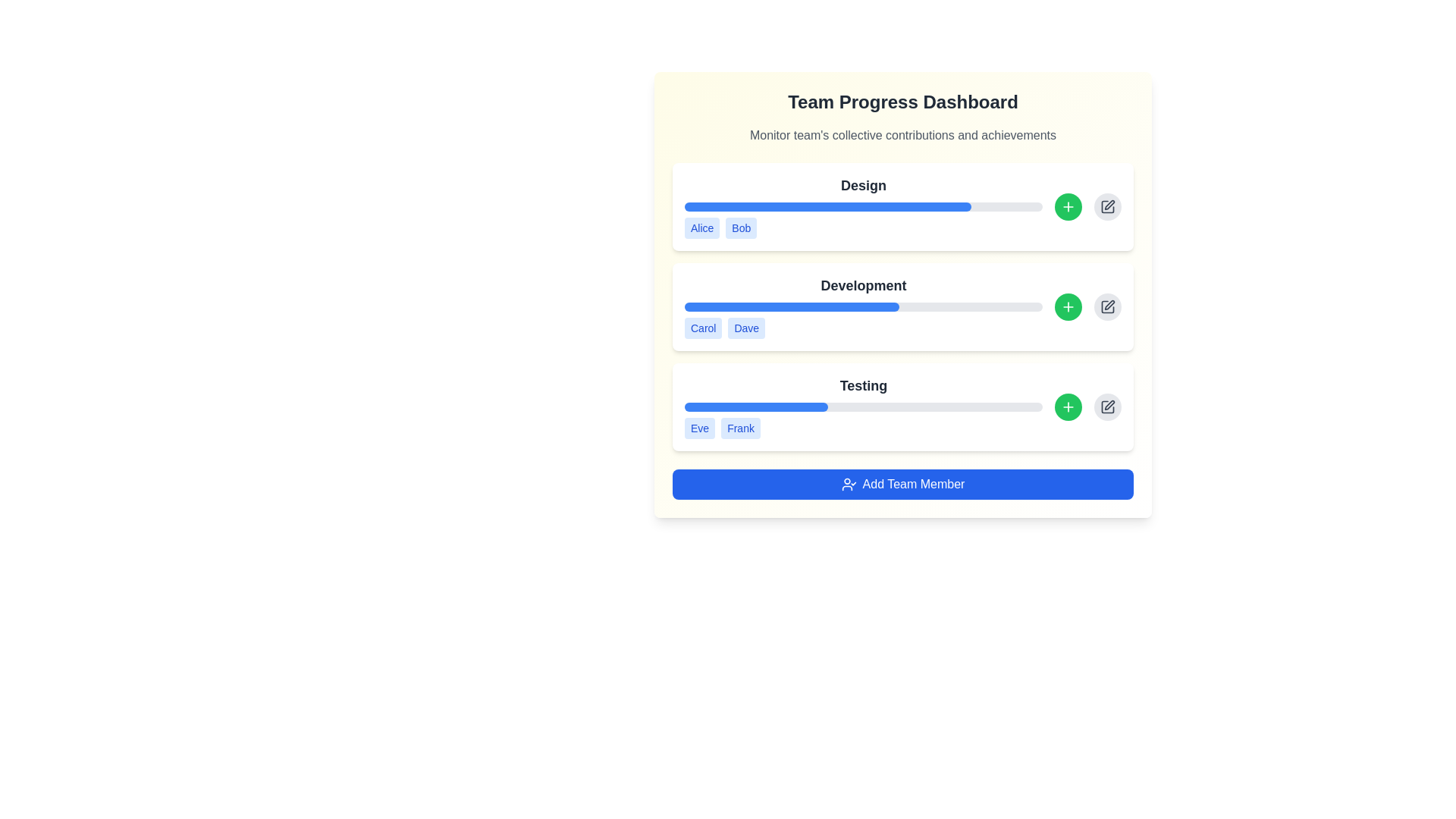 The height and width of the screenshot is (819, 1456). What do you see at coordinates (1107, 406) in the screenshot?
I see `the edit SVG icon inside the circular button at the end of the 'Testing' section row in the Team Progress Dashboard to initiate editing` at bounding box center [1107, 406].